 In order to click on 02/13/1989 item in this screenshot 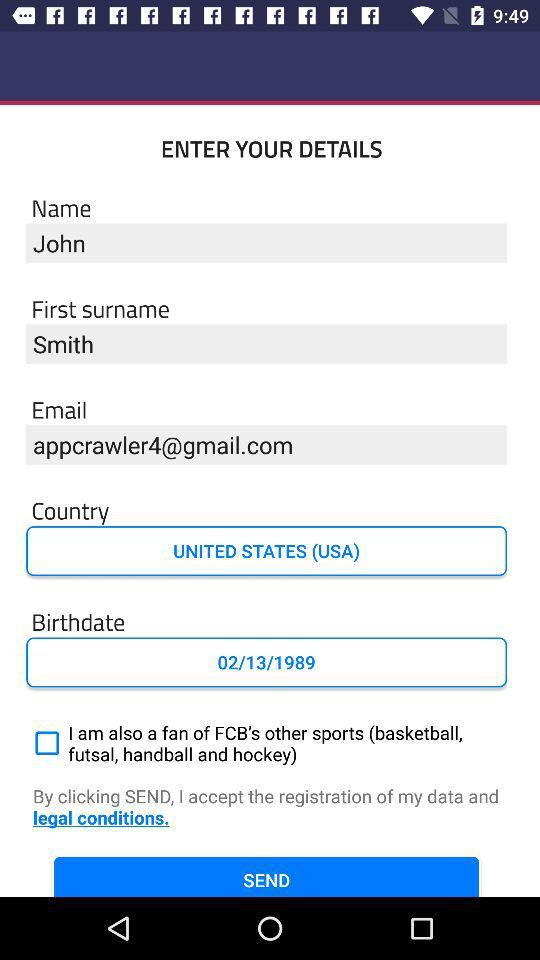, I will do `click(266, 662)`.